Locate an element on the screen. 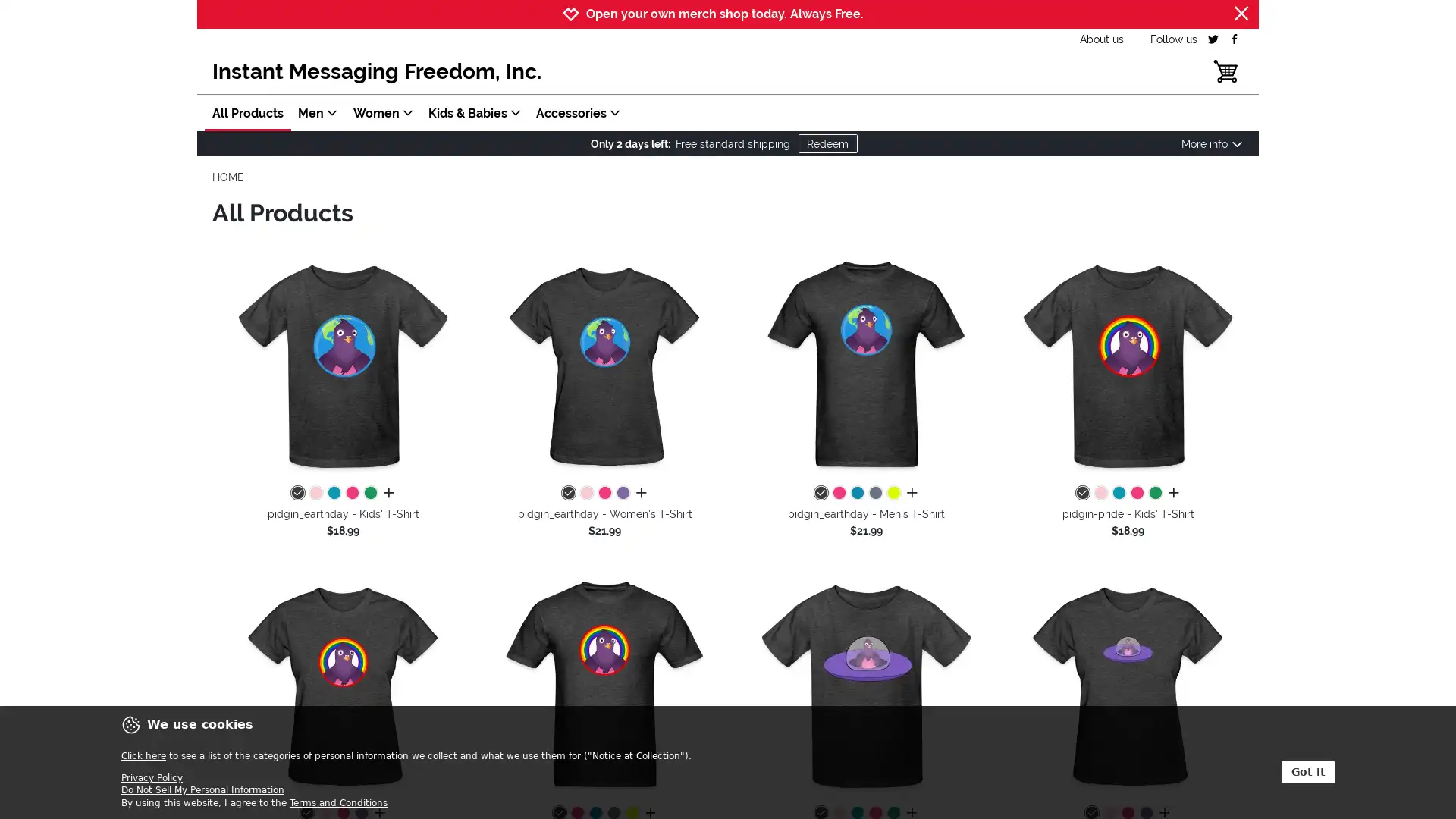  pink is located at coordinates (585, 494).